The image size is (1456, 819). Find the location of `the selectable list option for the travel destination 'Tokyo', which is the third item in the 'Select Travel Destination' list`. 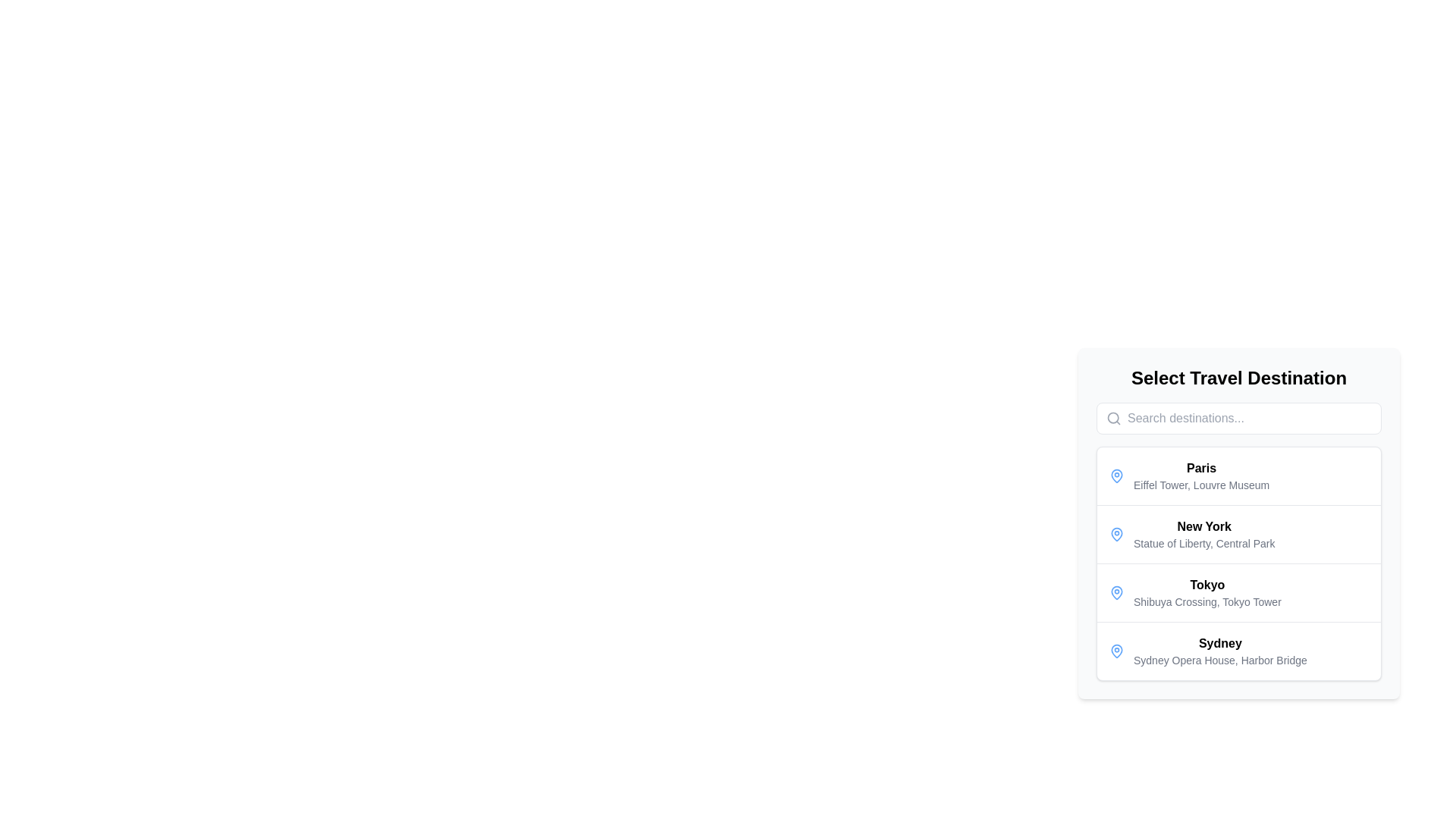

the selectable list option for the travel destination 'Tokyo', which is the third item in the 'Select Travel Destination' list is located at coordinates (1238, 592).